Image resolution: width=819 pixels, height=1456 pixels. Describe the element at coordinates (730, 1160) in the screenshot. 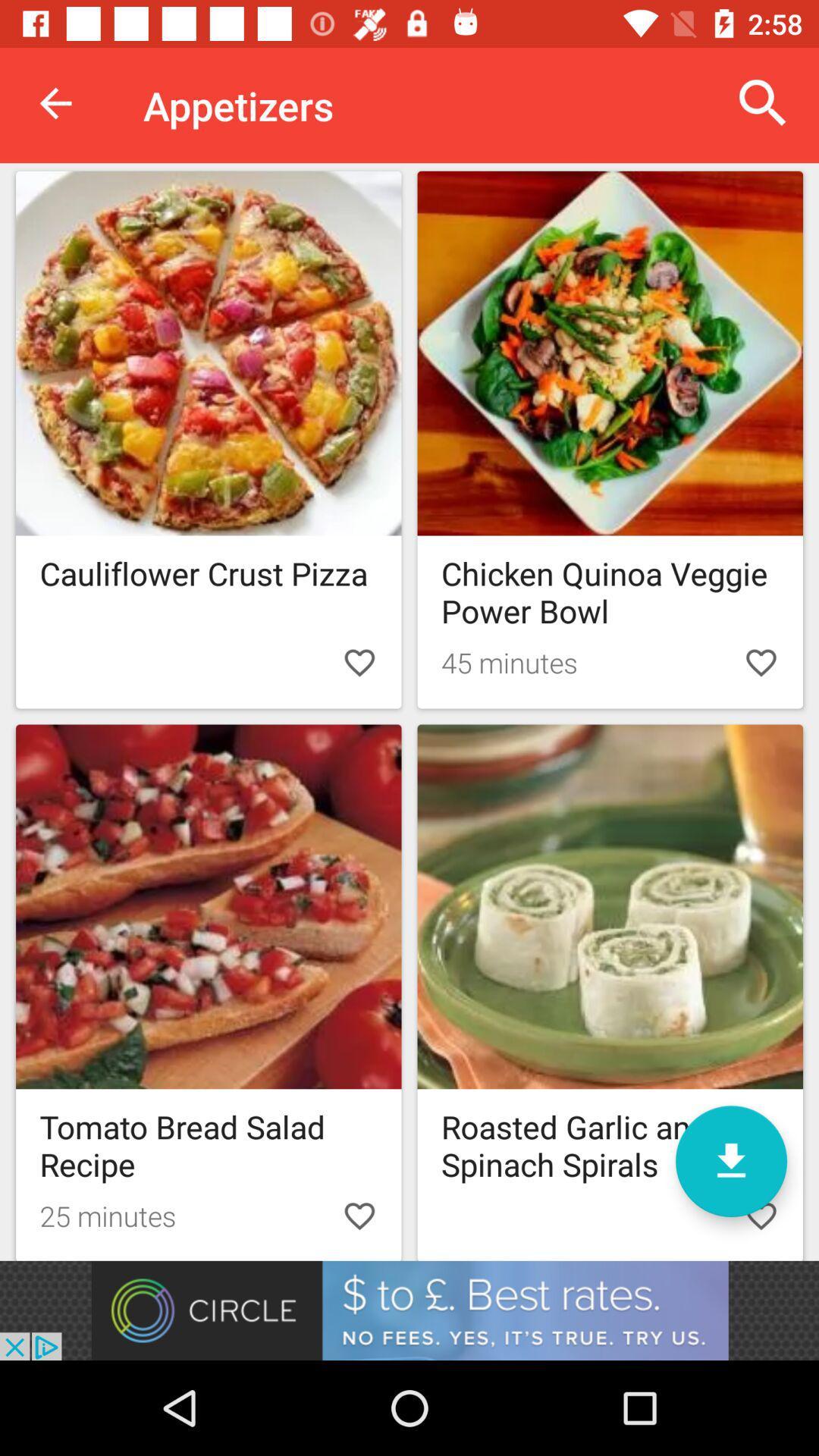

I see `the file_download icon` at that location.